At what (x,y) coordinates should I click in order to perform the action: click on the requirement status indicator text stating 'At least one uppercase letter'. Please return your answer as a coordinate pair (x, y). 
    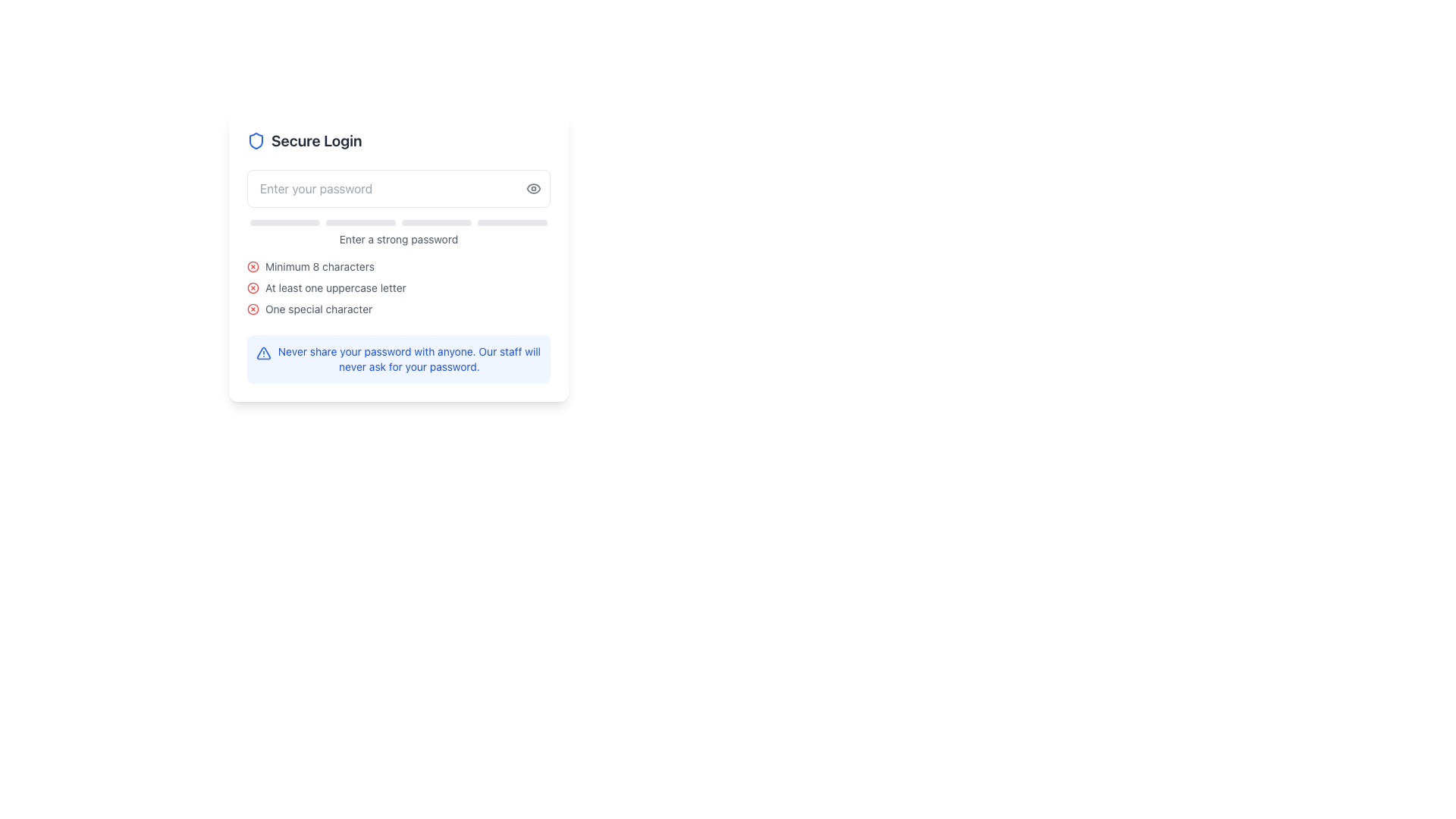
    Looking at the image, I should click on (399, 288).